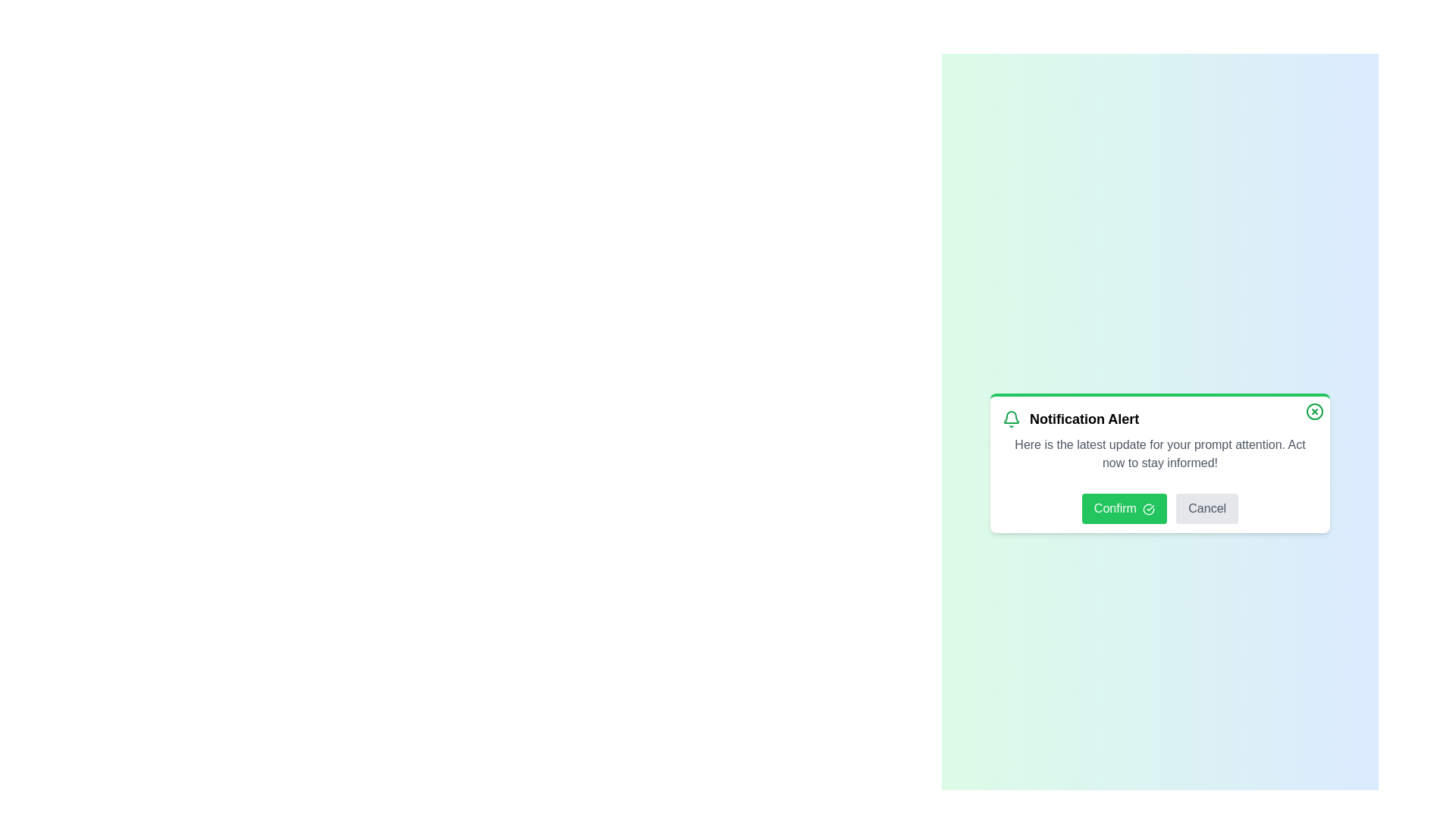  What do you see at coordinates (1125, 509) in the screenshot?
I see `Confirm button to acknowledge the notification` at bounding box center [1125, 509].